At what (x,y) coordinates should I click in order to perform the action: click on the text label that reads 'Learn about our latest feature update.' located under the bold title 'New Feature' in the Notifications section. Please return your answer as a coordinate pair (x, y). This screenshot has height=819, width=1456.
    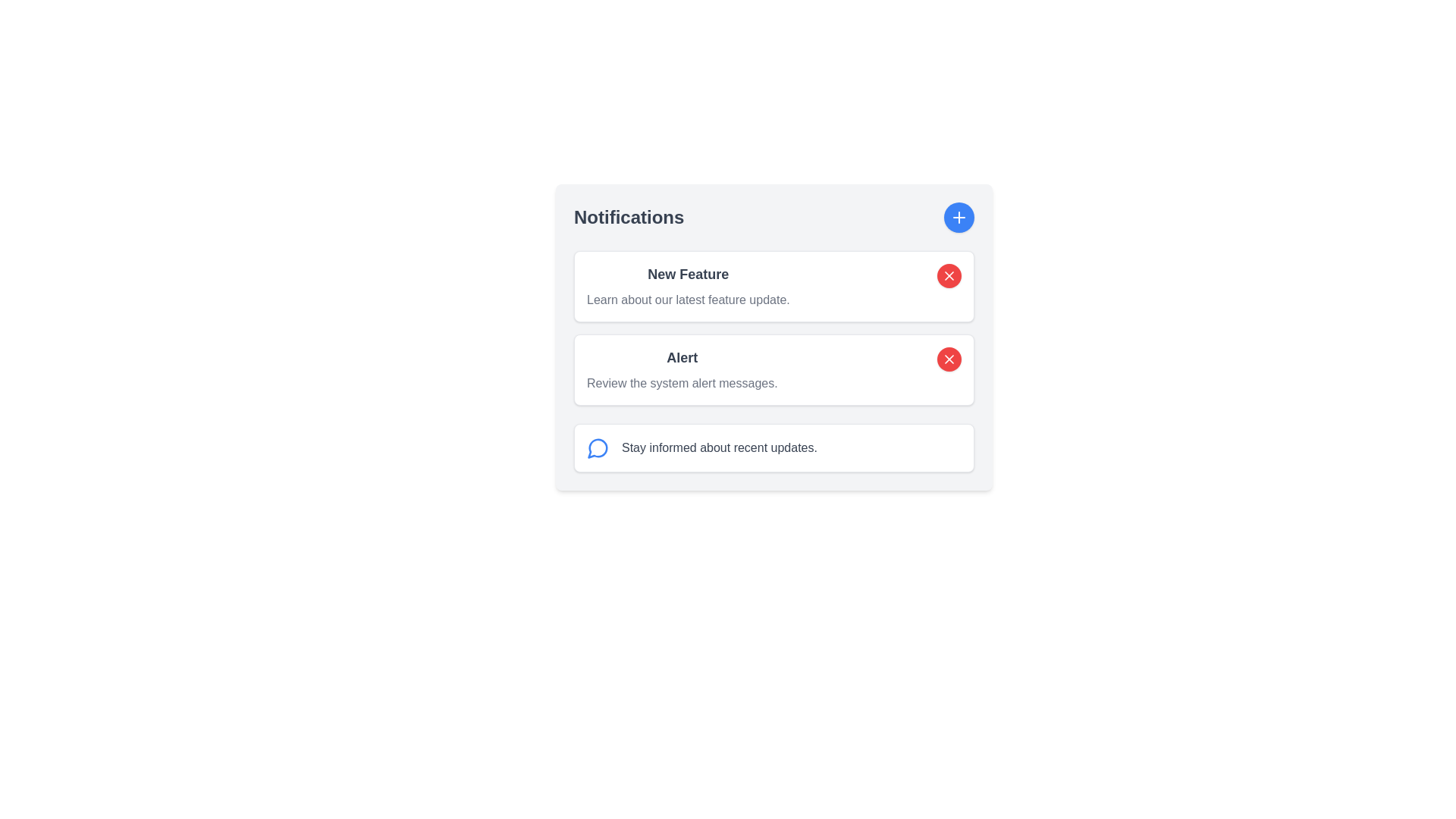
    Looking at the image, I should click on (687, 300).